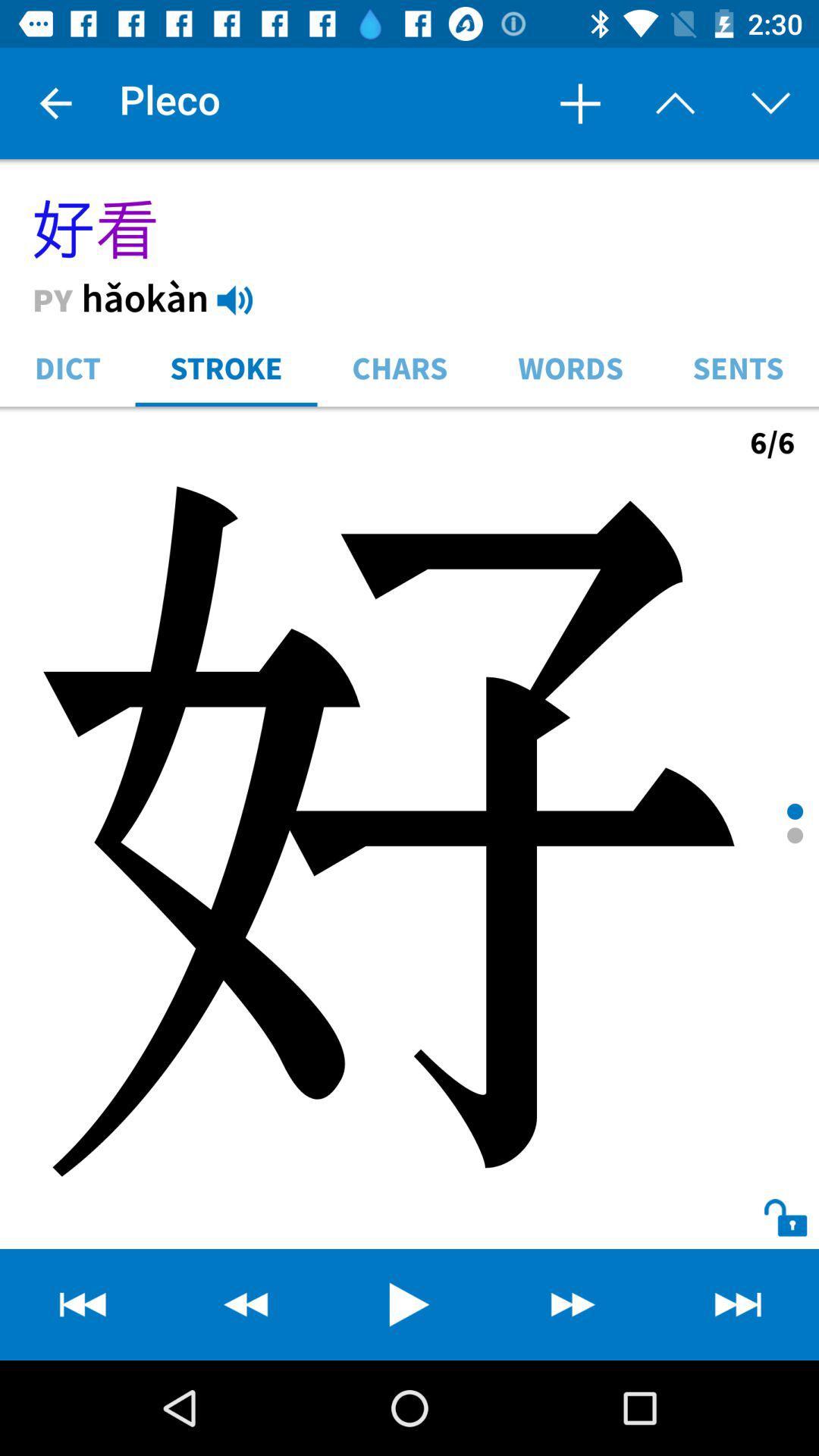 Image resolution: width=819 pixels, height=1456 pixels. I want to click on the av_rewind icon, so click(82, 1304).